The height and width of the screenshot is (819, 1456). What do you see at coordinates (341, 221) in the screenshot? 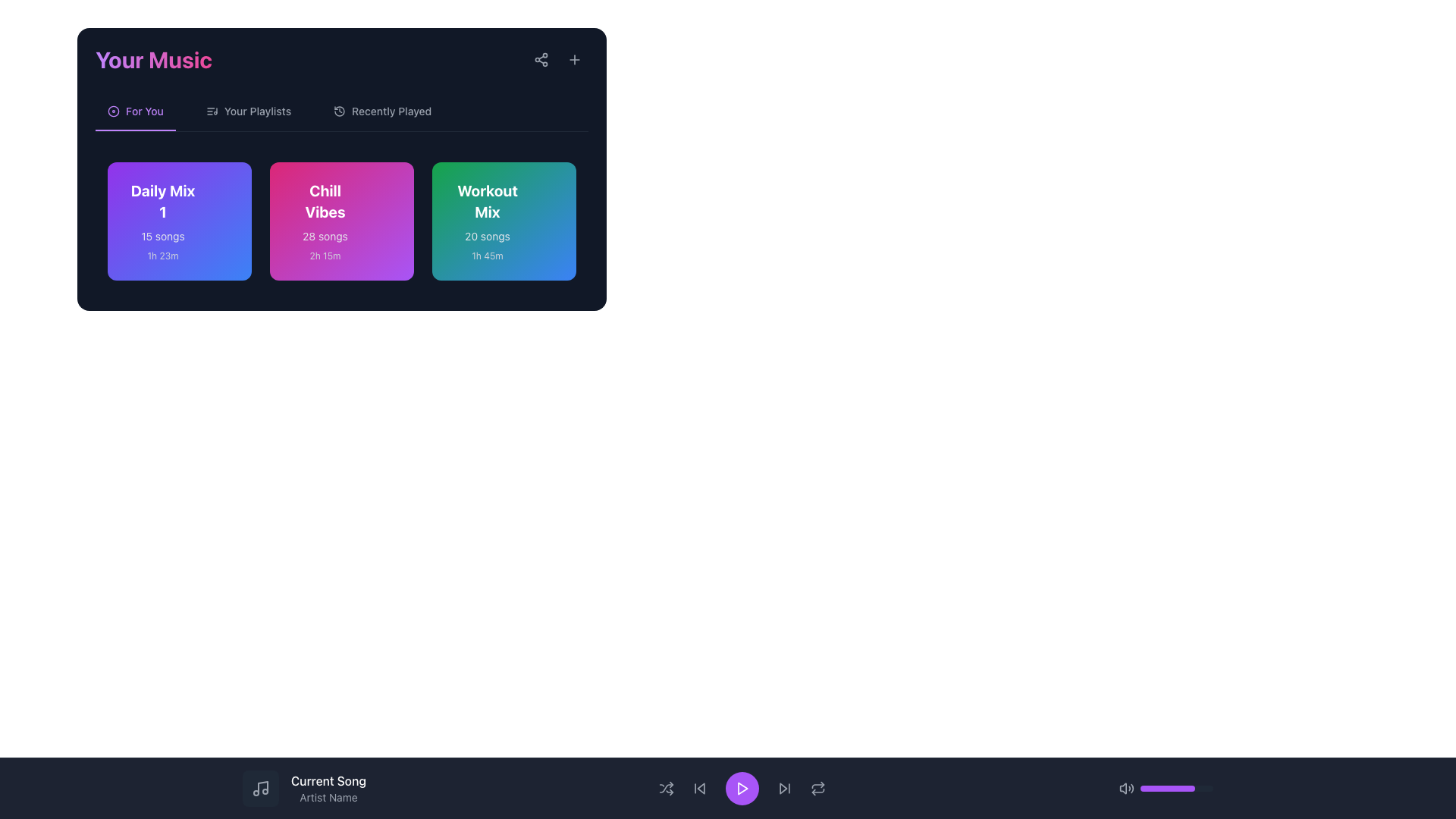
I see `the 'Chill Vibes' interactive card, which features a gradient background from pink to purple and contains the title in bold white text` at bounding box center [341, 221].